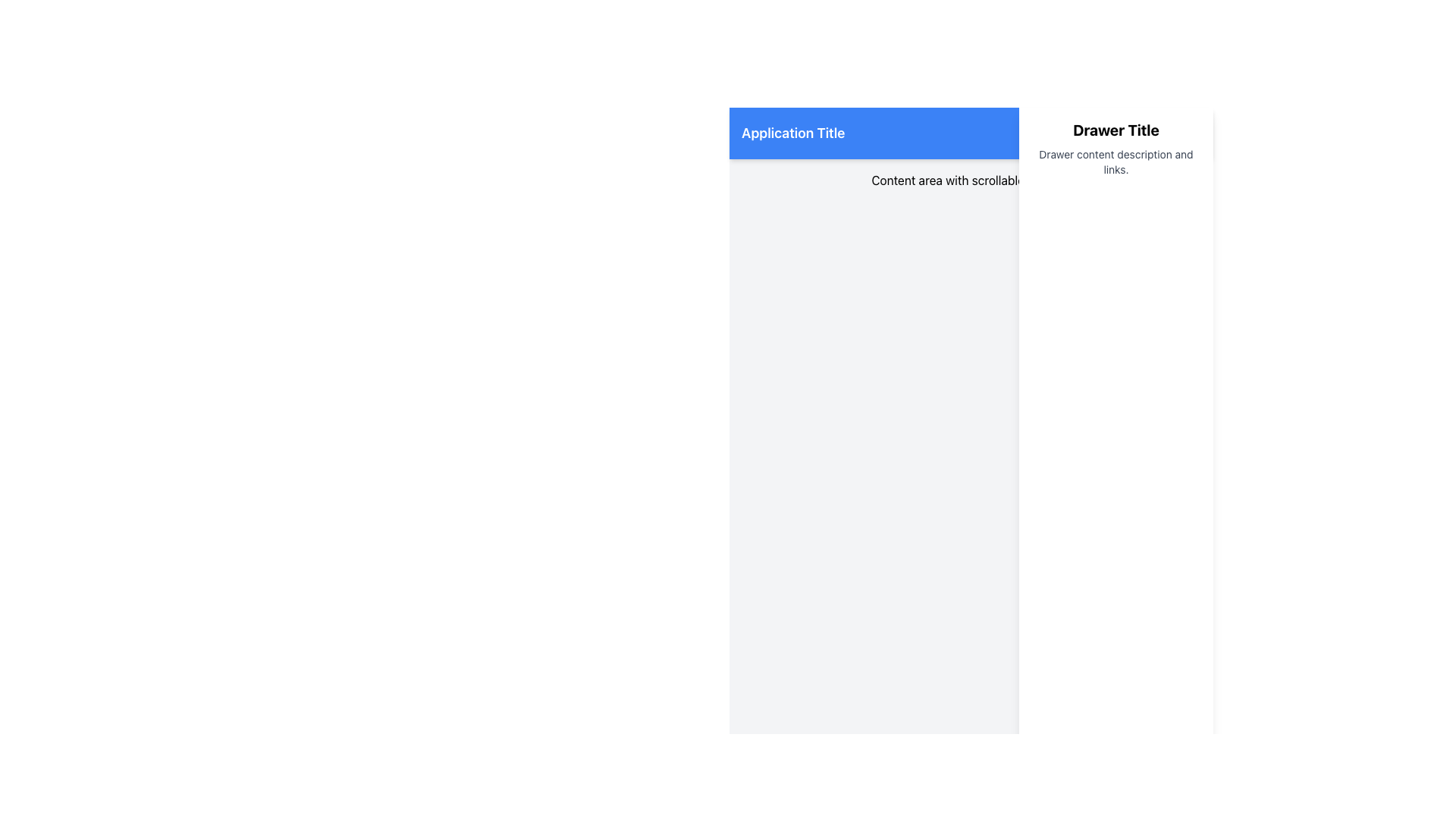 Image resolution: width=1456 pixels, height=819 pixels. What do you see at coordinates (1116, 130) in the screenshot?
I see `text of the Text Label located at the top center of the right sidebar, which indicates the primary purpose of the sidebar content` at bounding box center [1116, 130].